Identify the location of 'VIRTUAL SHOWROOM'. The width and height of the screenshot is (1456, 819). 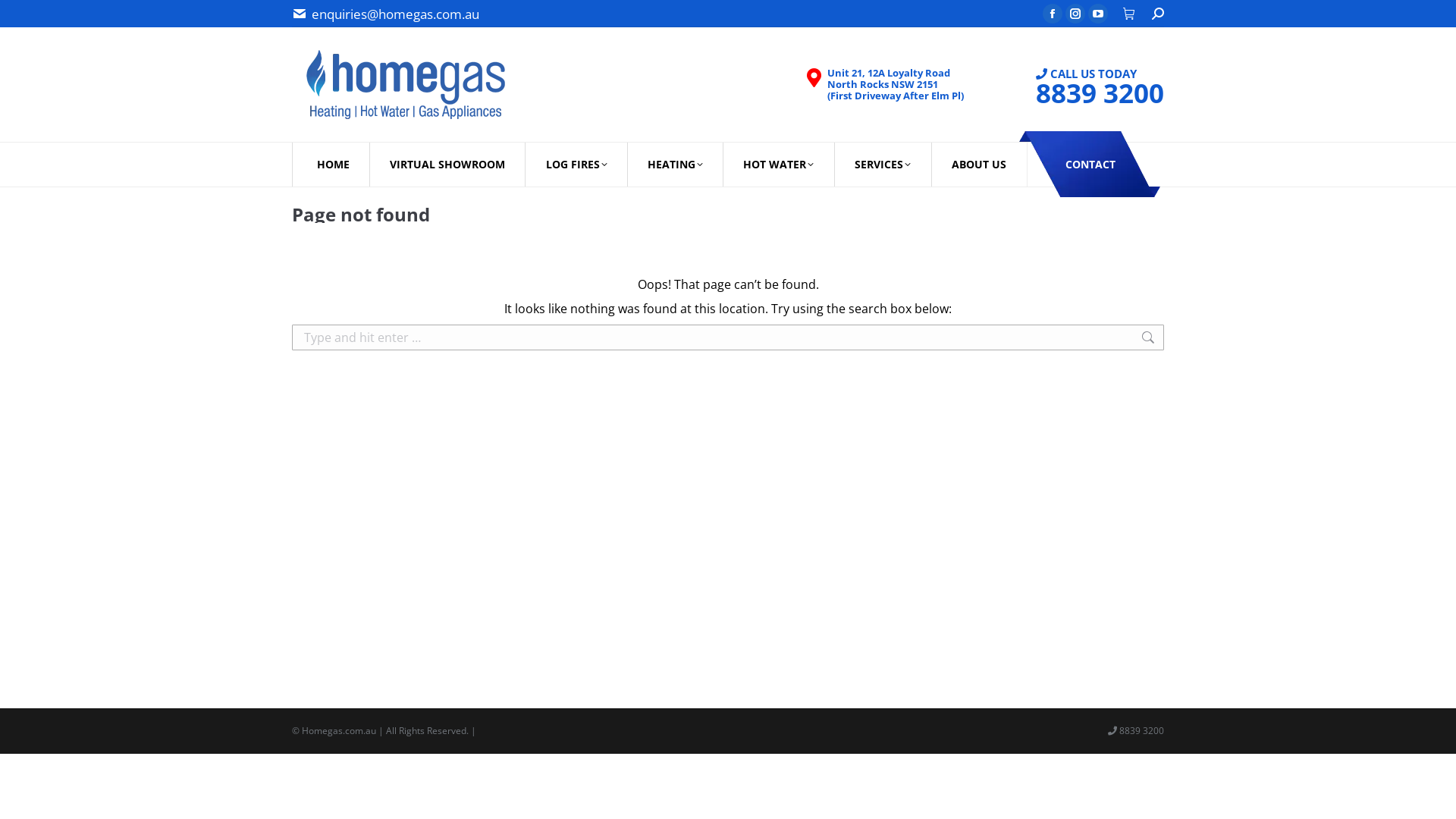
(446, 164).